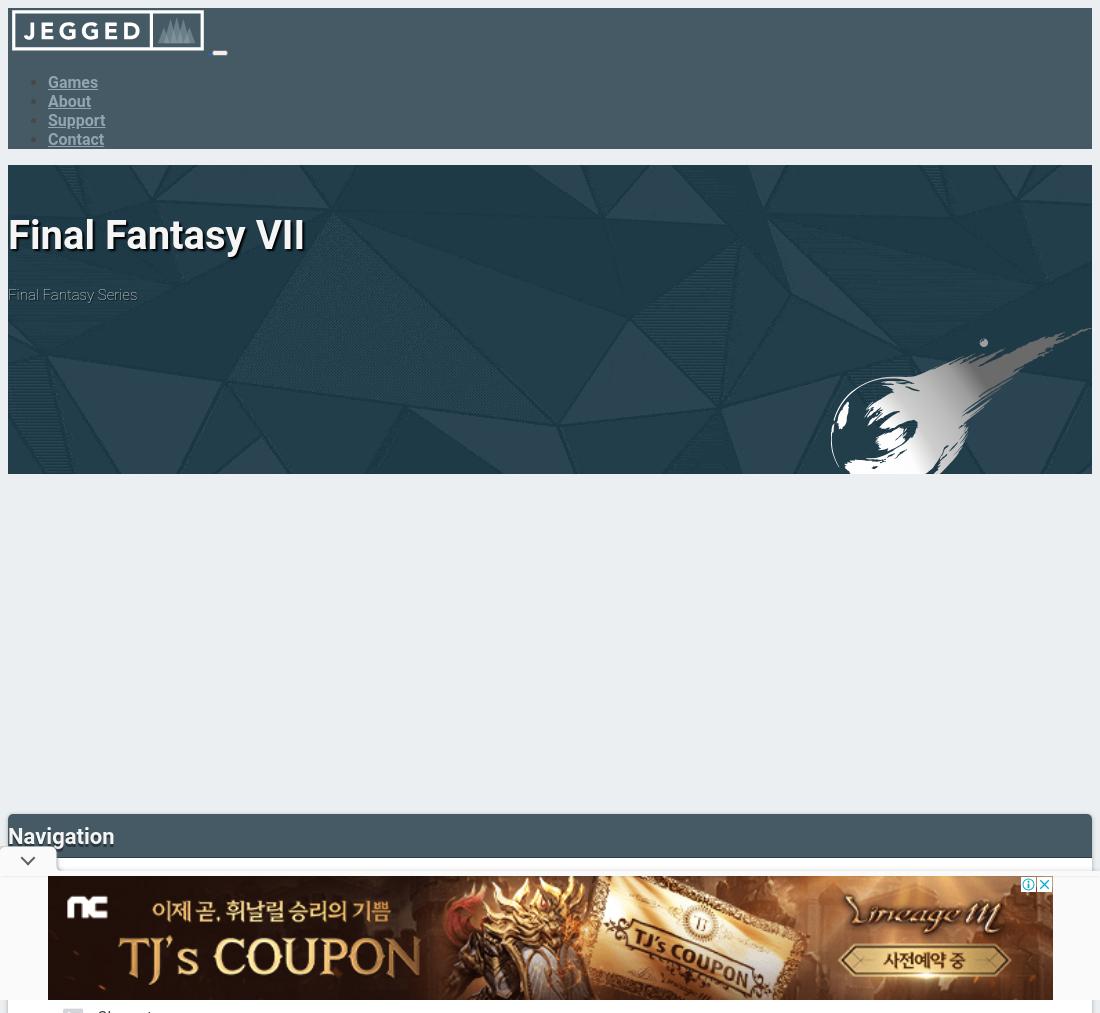  Describe the element at coordinates (46, 81) in the screenshot. I see `'Games'` at that location.